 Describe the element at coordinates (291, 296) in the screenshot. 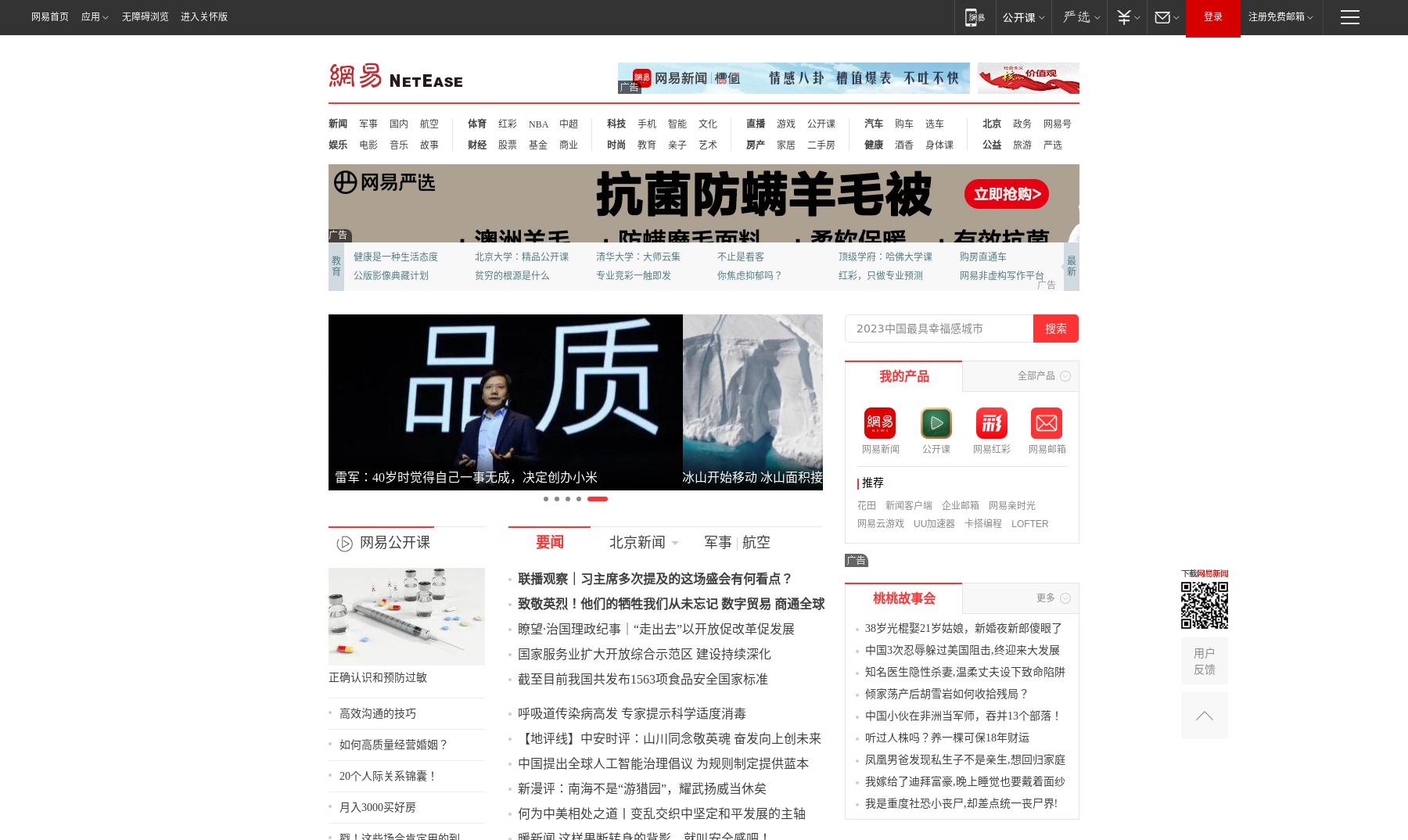

I see `'TED演讲全网首播'` at that location.